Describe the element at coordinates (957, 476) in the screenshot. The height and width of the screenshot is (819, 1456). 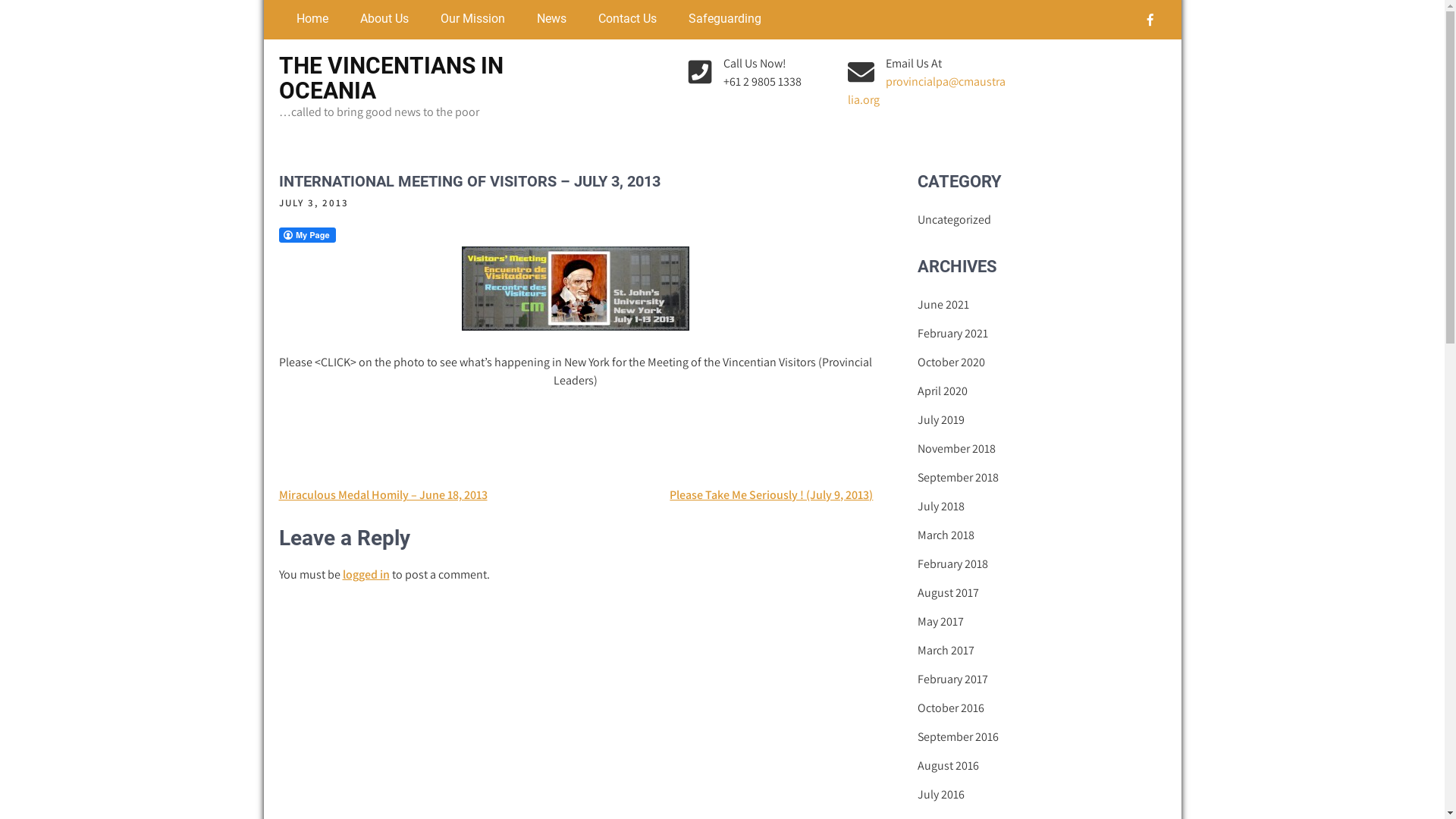
I see `'September 2018'` at that location.